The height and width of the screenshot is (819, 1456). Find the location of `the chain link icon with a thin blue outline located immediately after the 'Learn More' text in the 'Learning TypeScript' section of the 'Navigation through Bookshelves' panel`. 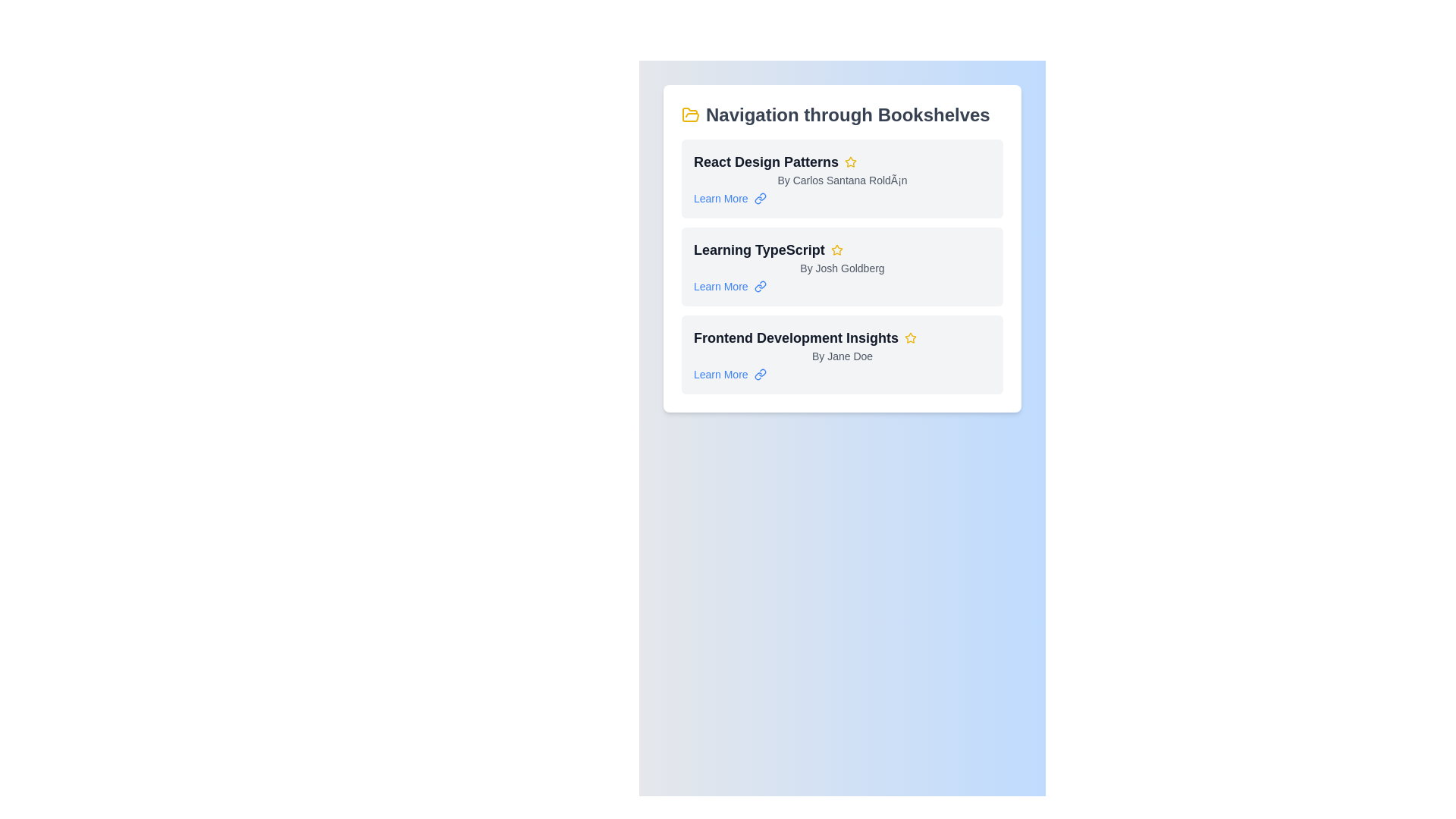

the chain link icon with a thin blue outline located immediately after the 'Learn More' text in the 'Learning TypeScript' section of the 'Navigation through Bookshelves' panel is located at coordinates (760, 374).